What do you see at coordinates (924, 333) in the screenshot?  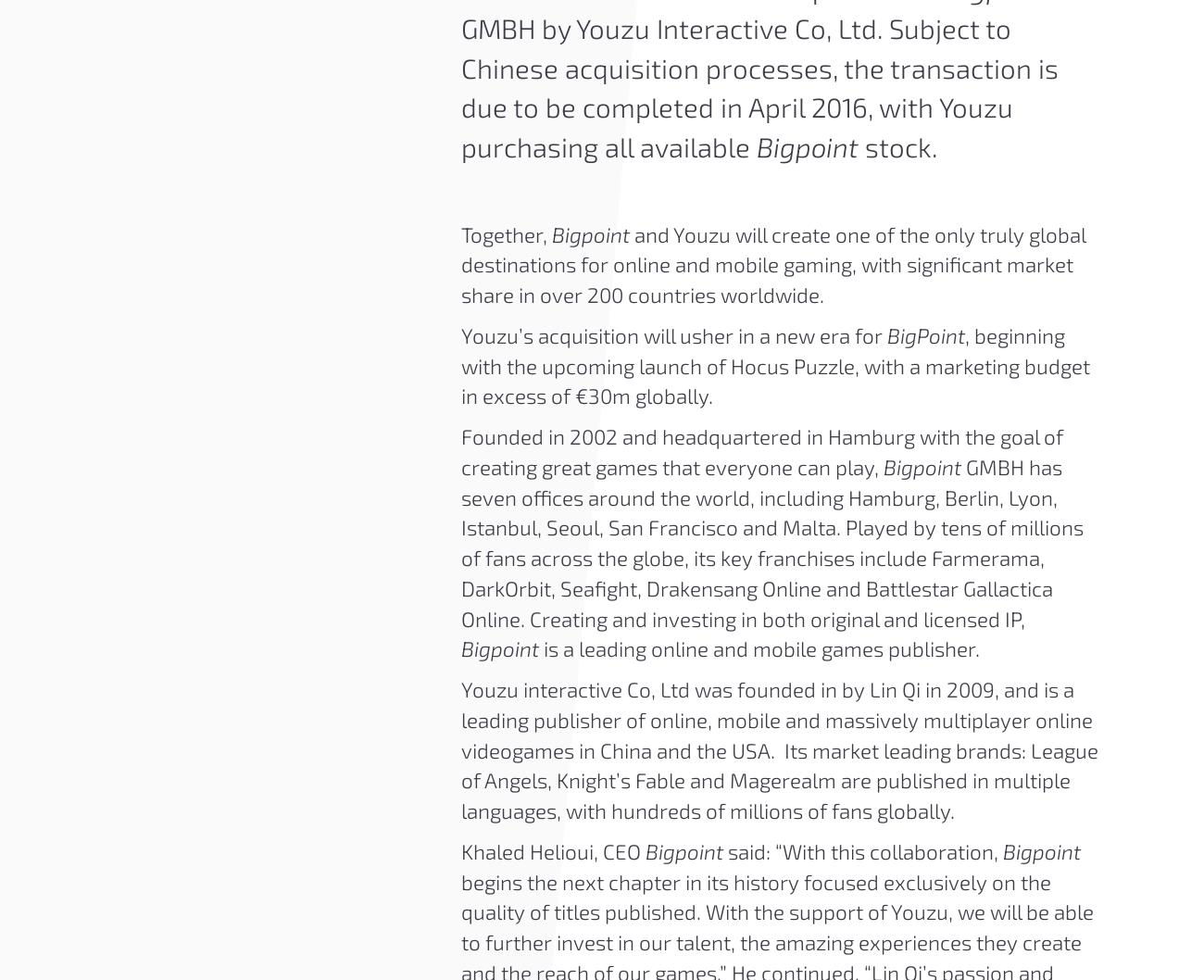 I see `'BigPoint'` at bounding box center [924, 333].